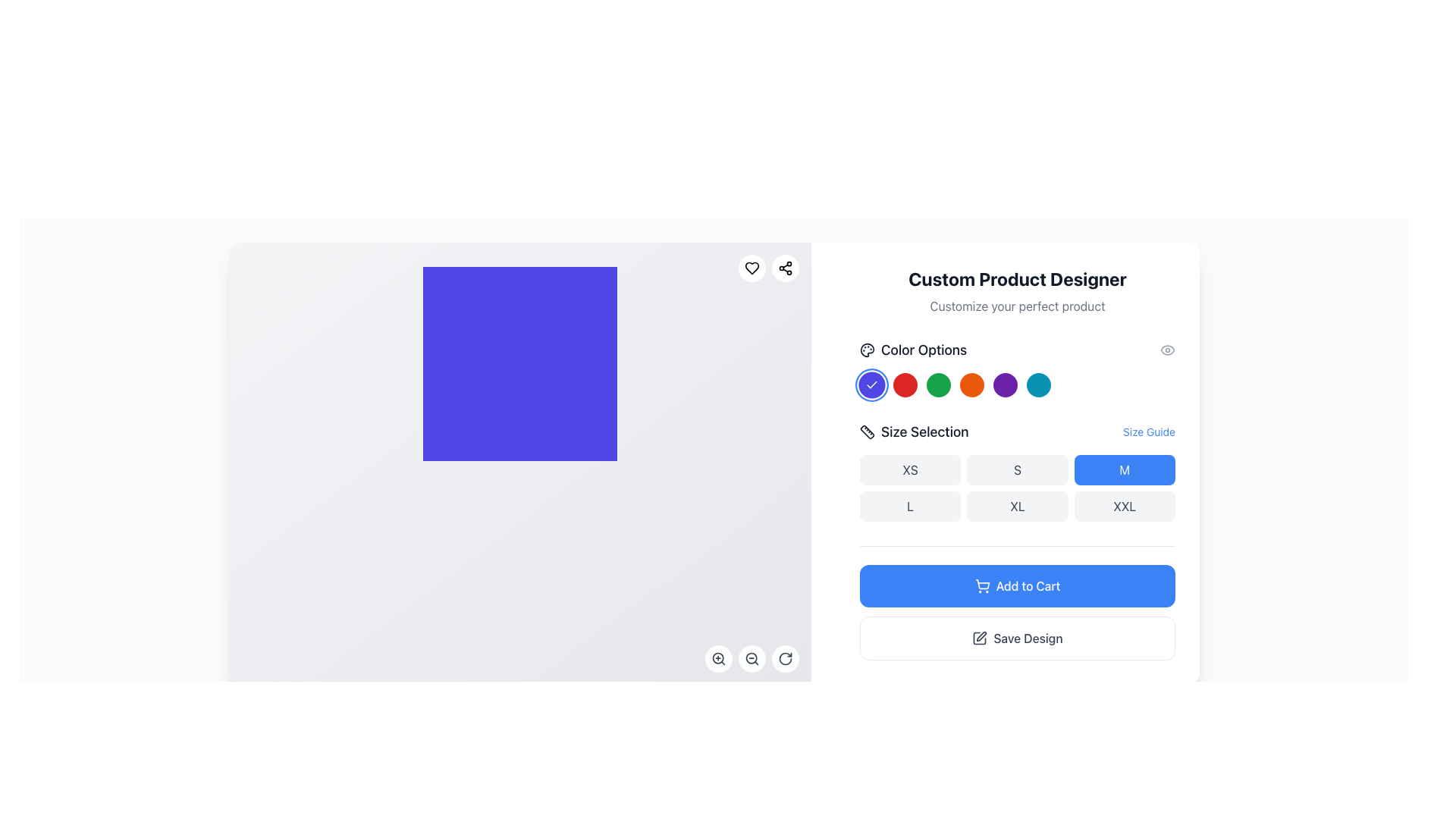 The image size is (1456, 819). Describe the element at coordinates (905, 384) in the screenshot. I see `the third circular button in the color selection menu to observe the scaling hover effect for the red color option` at that location.